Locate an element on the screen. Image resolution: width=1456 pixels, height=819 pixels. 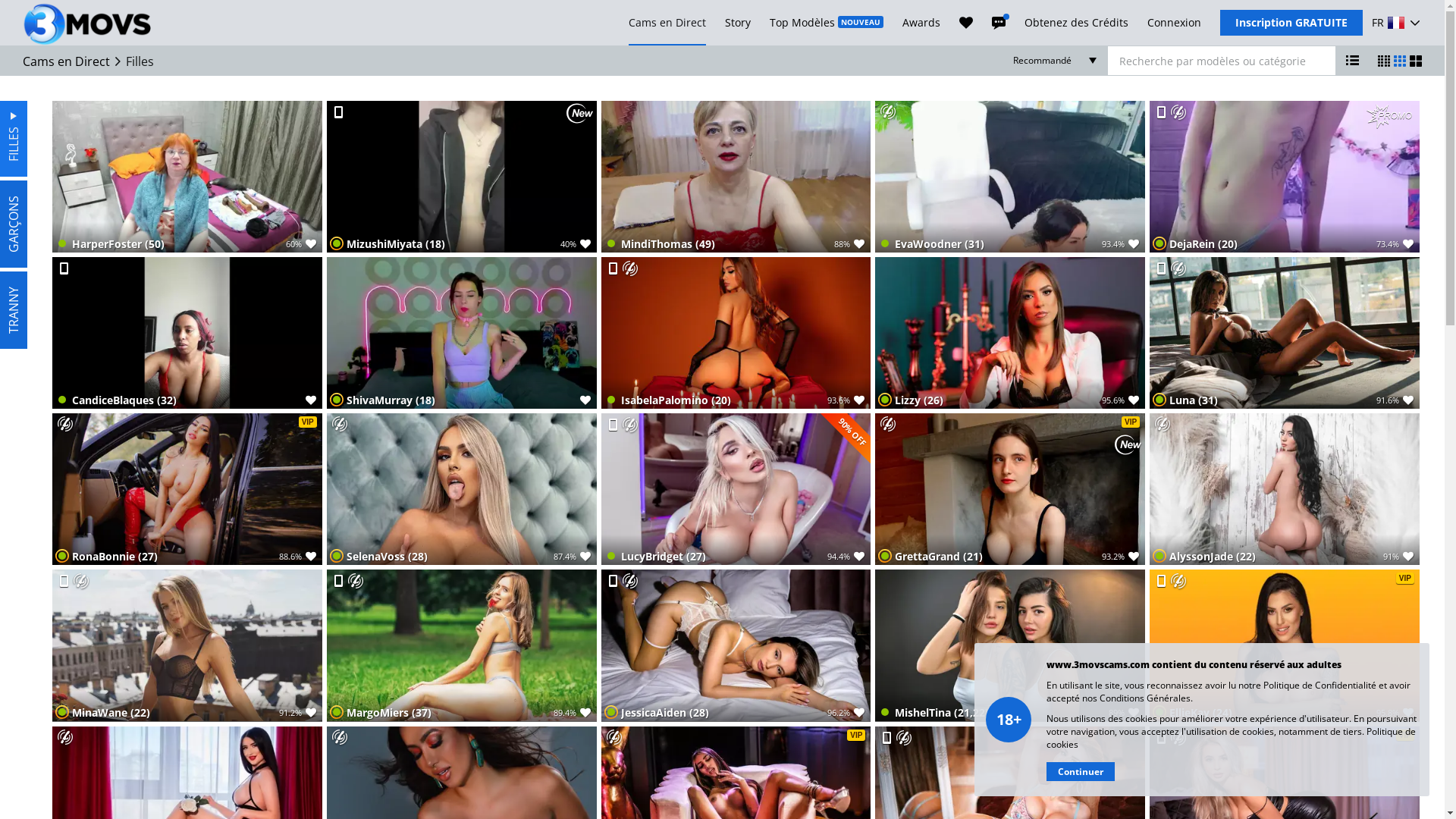
'Lizzy (26) is located at coordinates (1010, 332).